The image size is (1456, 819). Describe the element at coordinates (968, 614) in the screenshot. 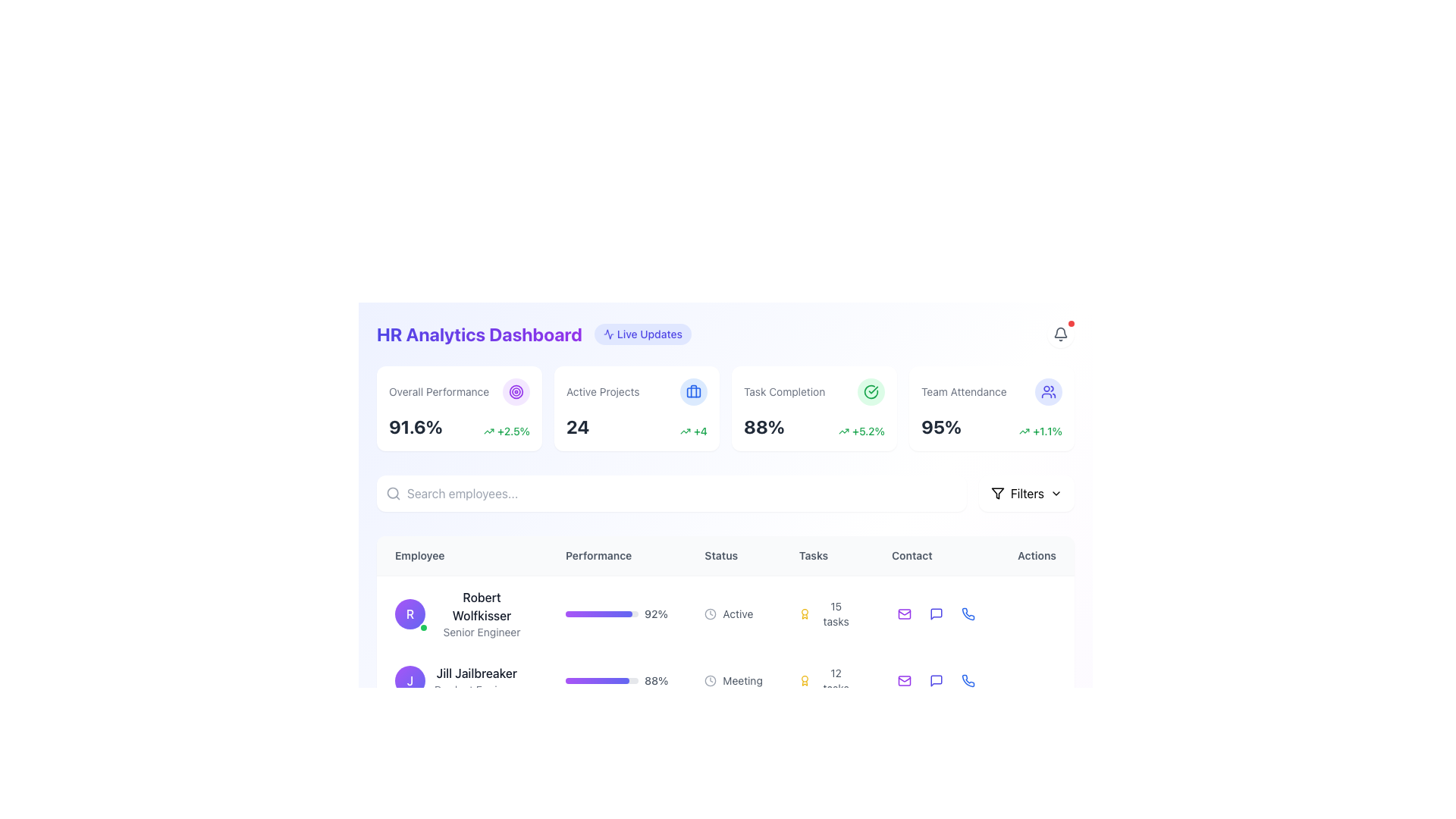

I see `the phone icon representing communication options for Jill Jailbreaker located` at that location.